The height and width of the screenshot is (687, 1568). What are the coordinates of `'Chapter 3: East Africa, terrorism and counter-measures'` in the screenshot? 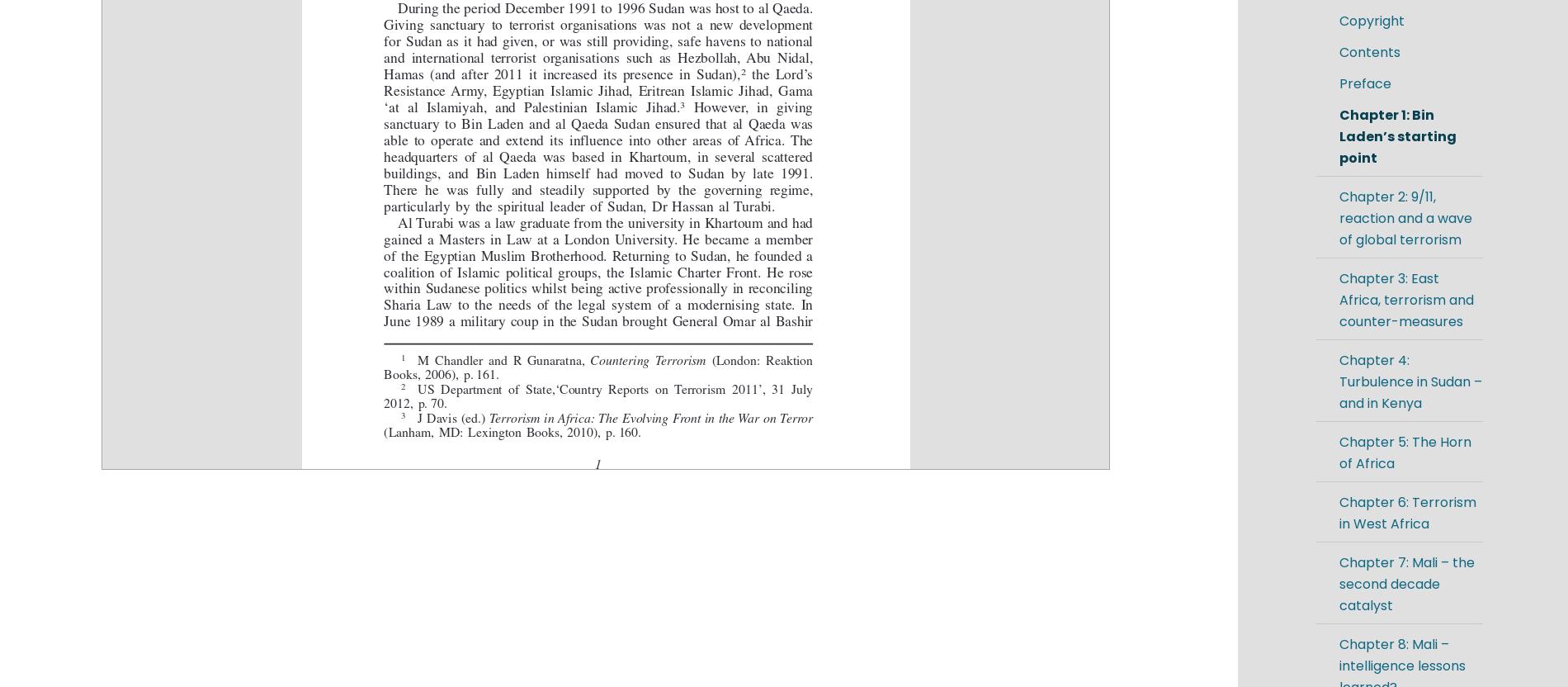 It's located at (1405, 300).